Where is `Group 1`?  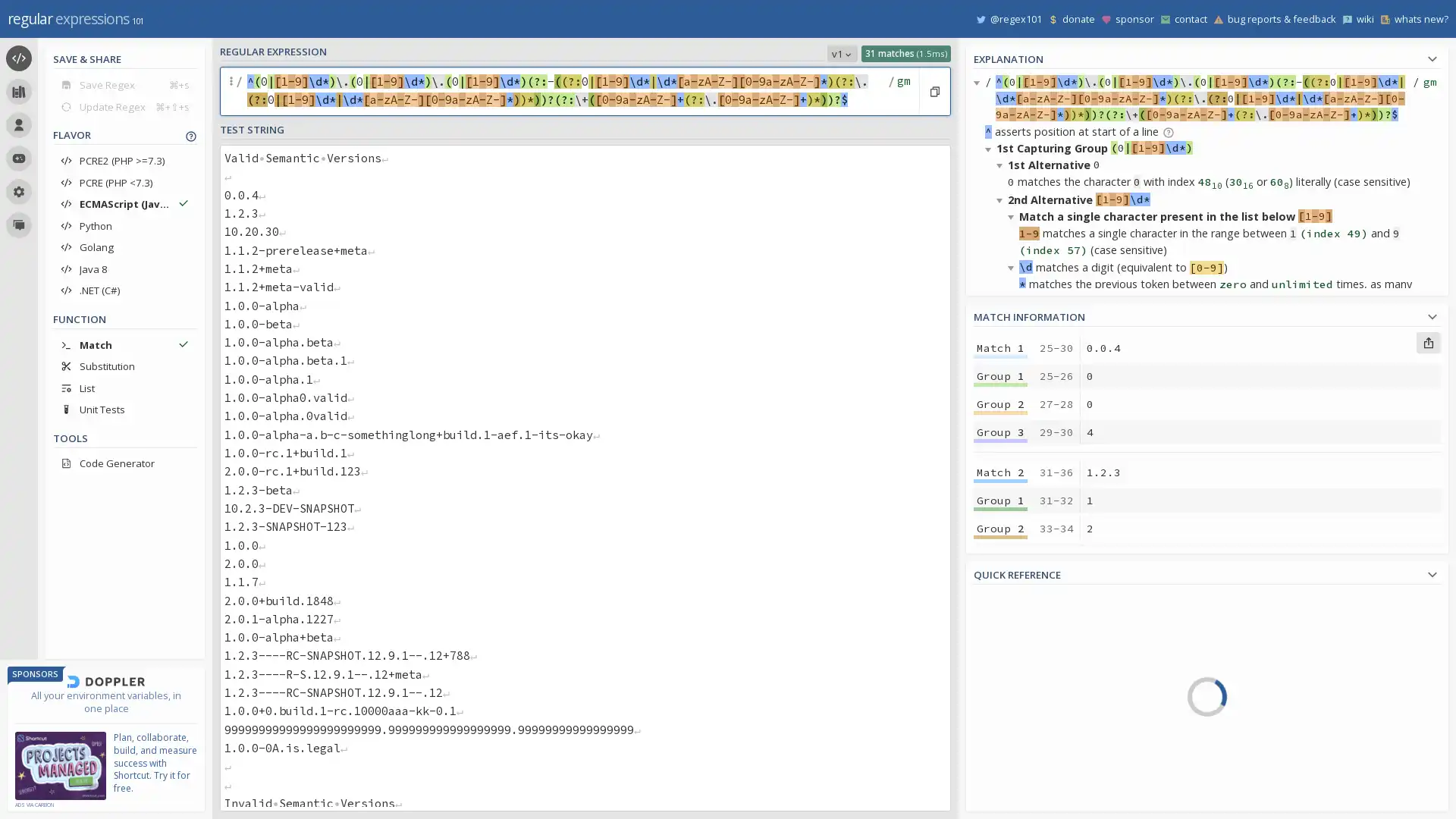 Group 1 is located at coordinates (1000, 625).